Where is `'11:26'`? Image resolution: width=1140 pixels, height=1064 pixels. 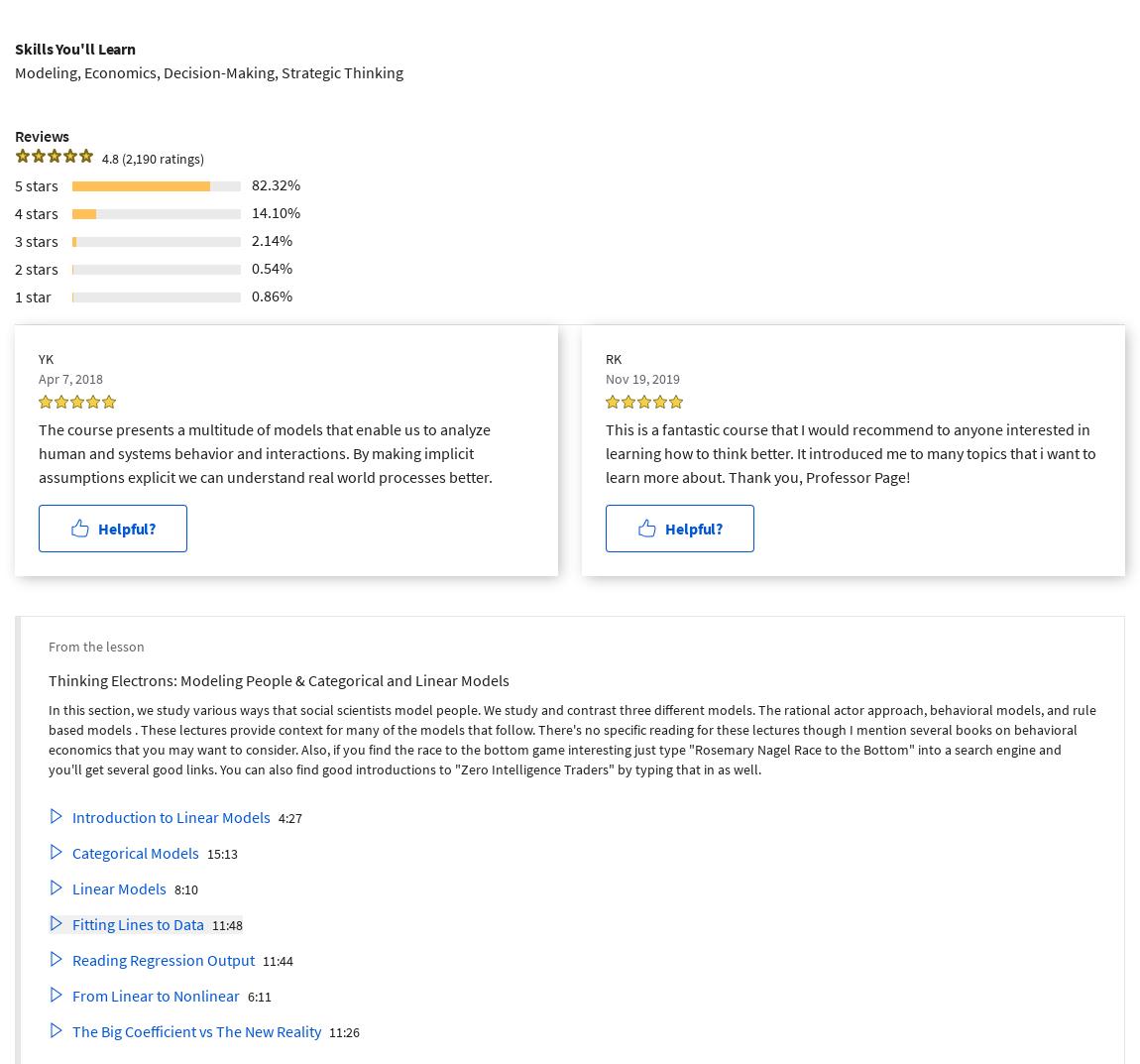
'11:26' is located at coordinates (329, 1030).